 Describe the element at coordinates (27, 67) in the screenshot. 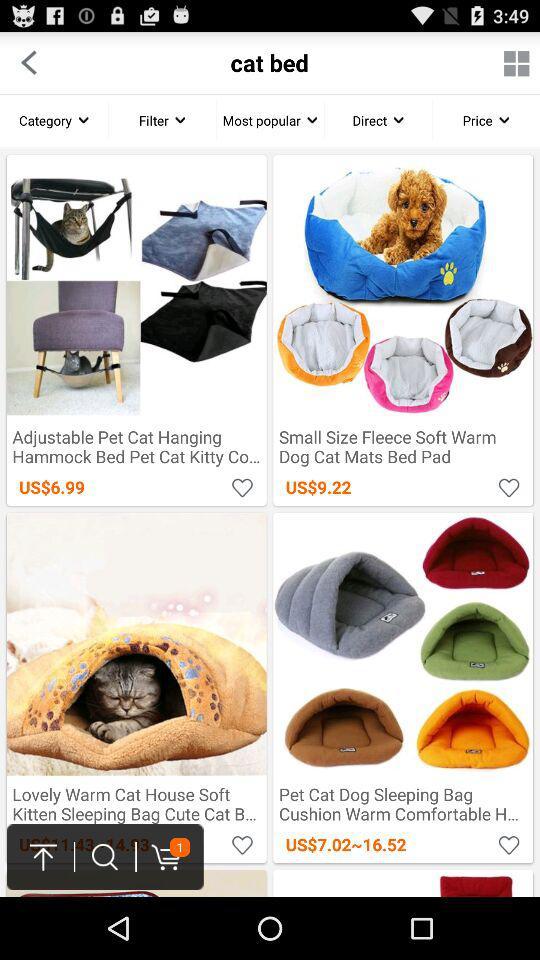

I see `the arrow_backward icon` at that location.